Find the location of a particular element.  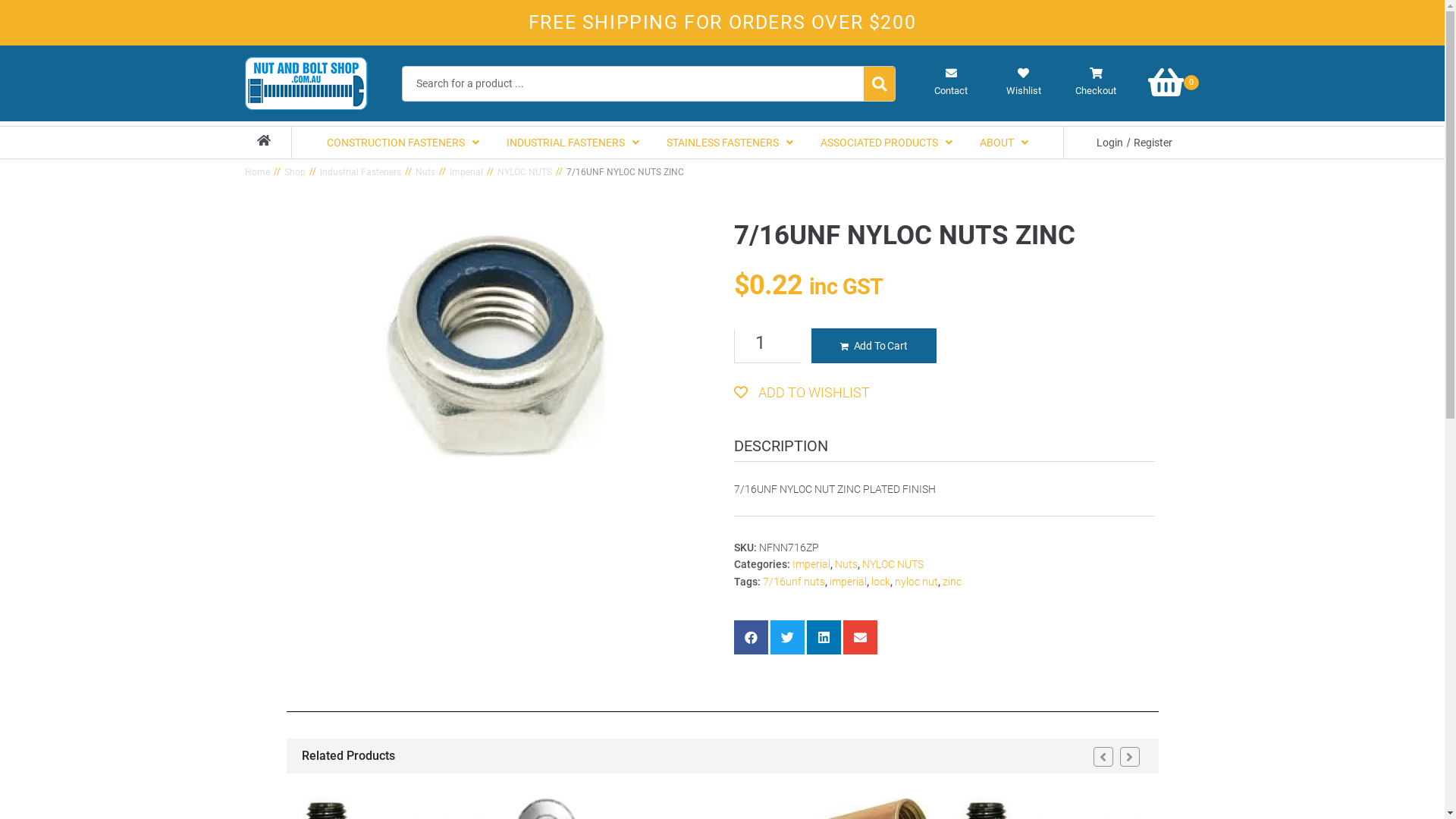

'Login' is located at coordinates (1109, 143).